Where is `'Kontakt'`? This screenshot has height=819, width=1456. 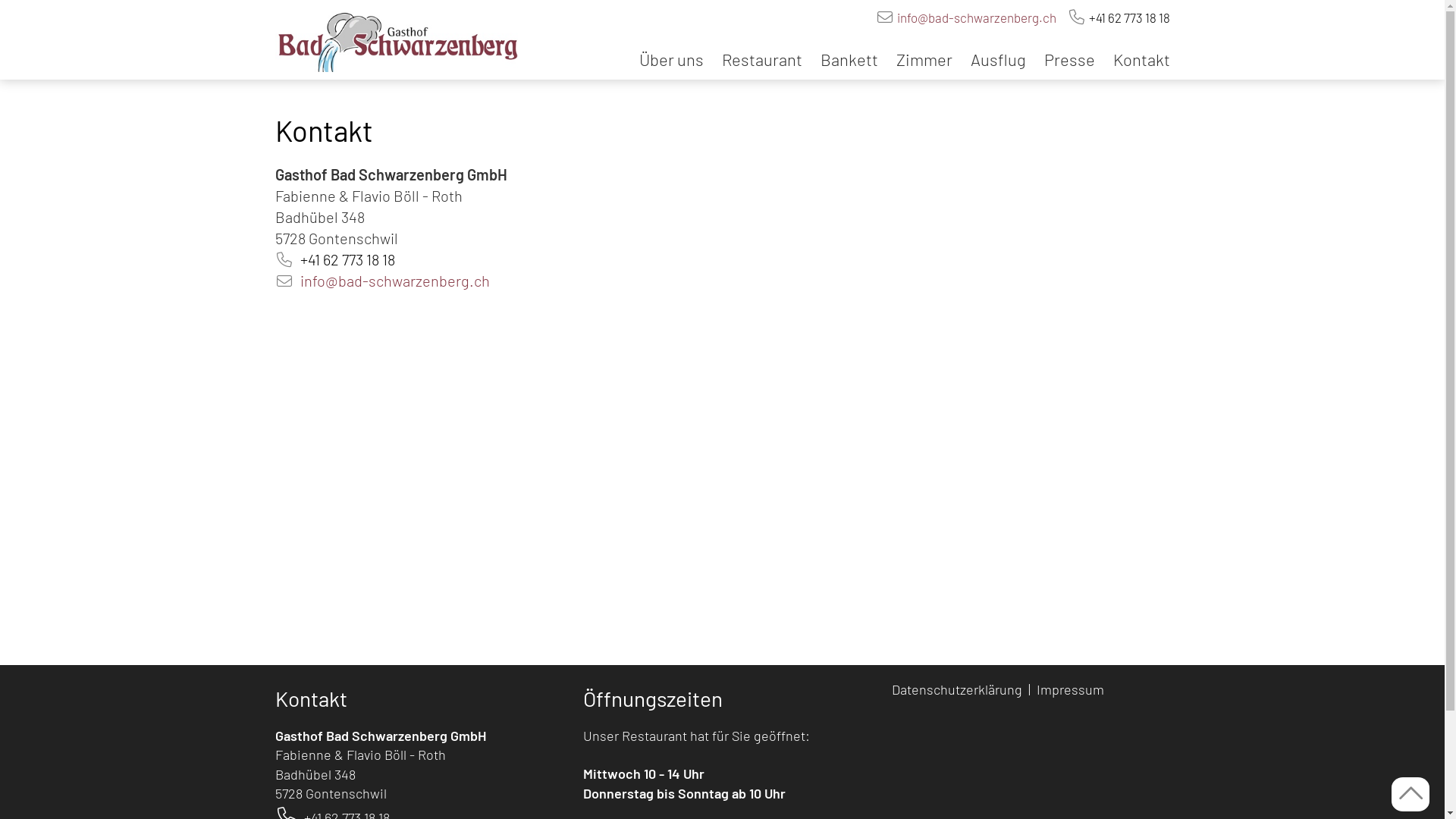
'Kontakt' is located at coordinates (1137, 58).